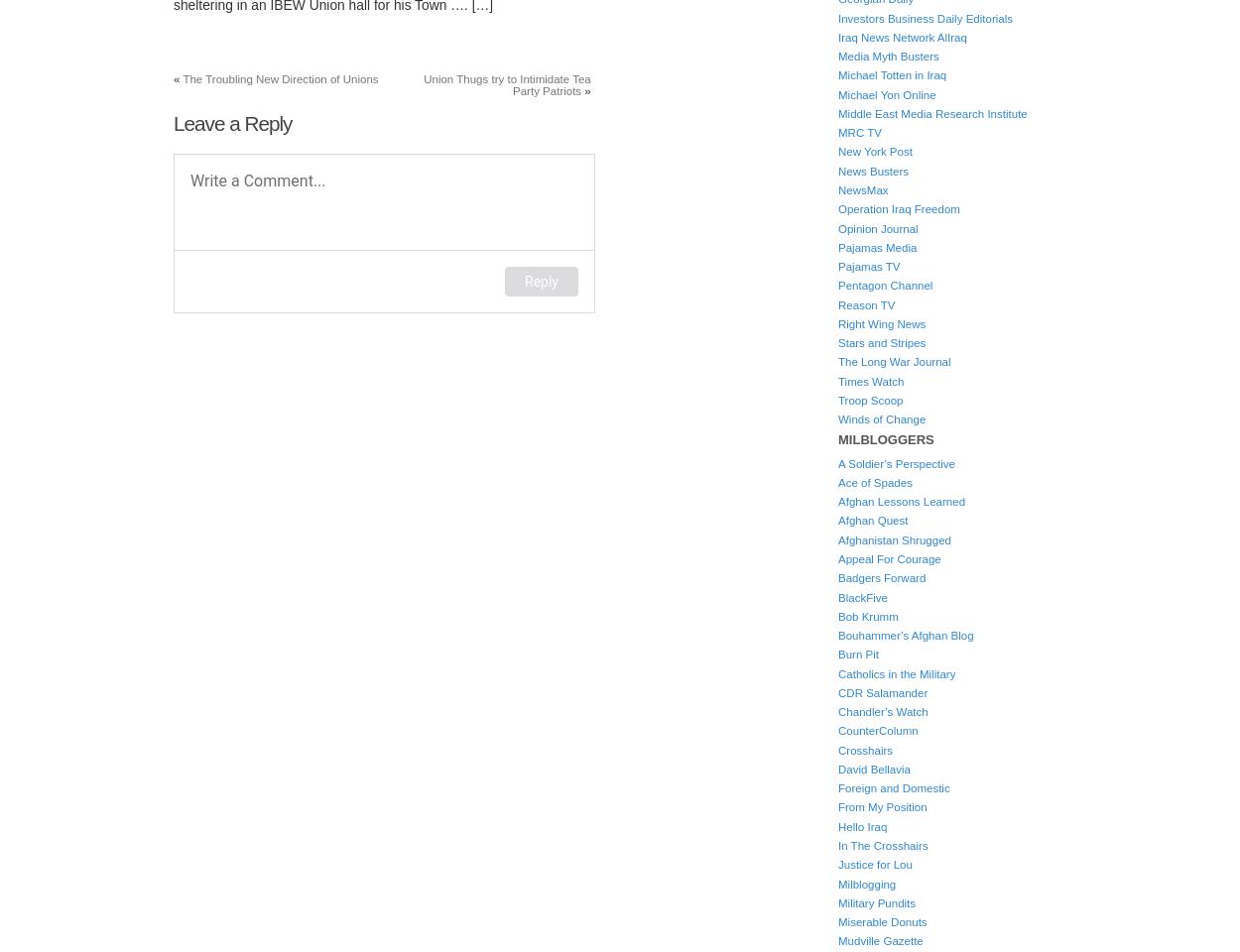  What do you see at coordinates (837, 729) in the screenshot?
I see `'CounterColumn'` at bounding box center [837, 729].